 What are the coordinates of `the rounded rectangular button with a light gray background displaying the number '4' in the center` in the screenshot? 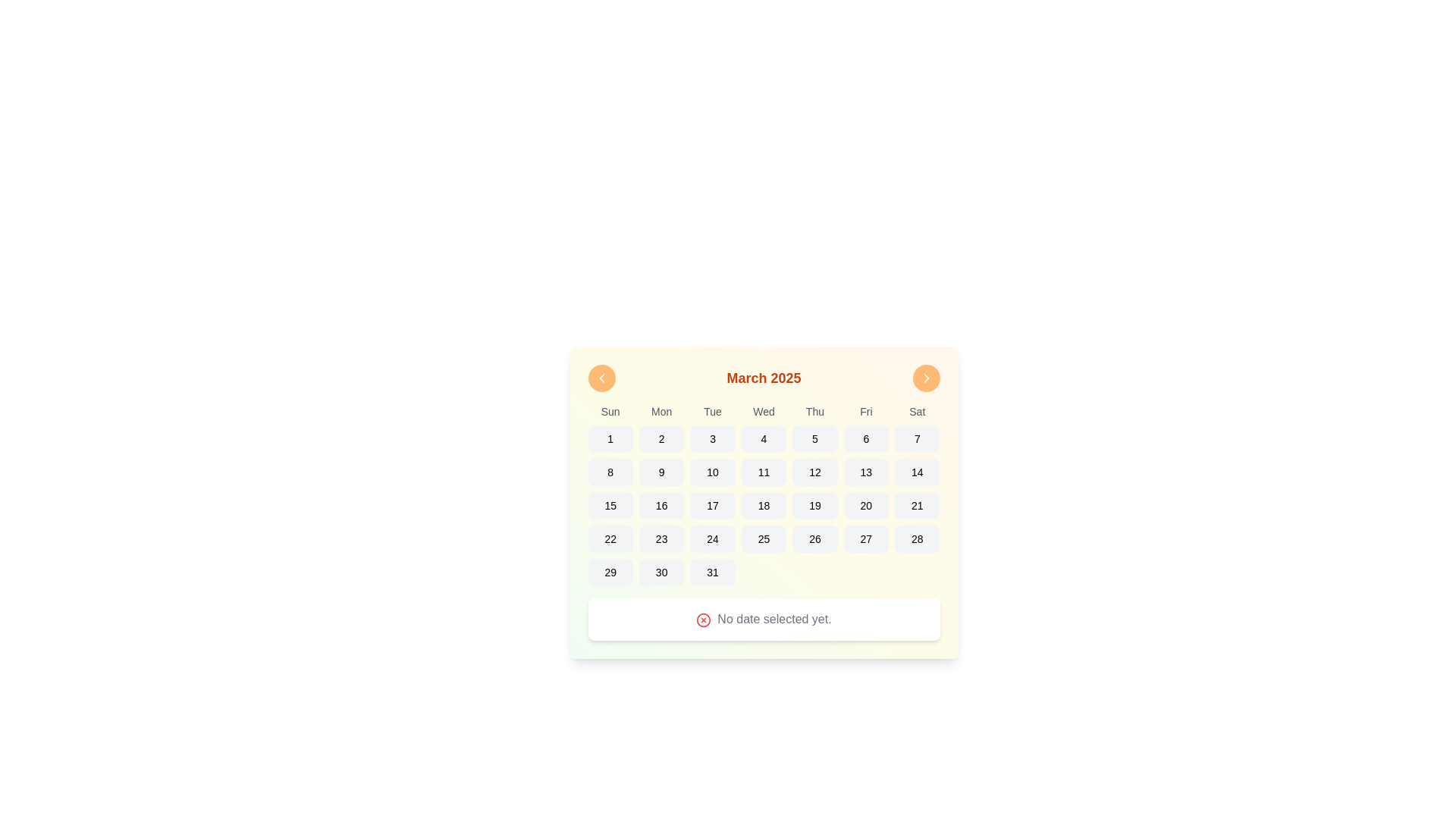 It's located at (764, 438).